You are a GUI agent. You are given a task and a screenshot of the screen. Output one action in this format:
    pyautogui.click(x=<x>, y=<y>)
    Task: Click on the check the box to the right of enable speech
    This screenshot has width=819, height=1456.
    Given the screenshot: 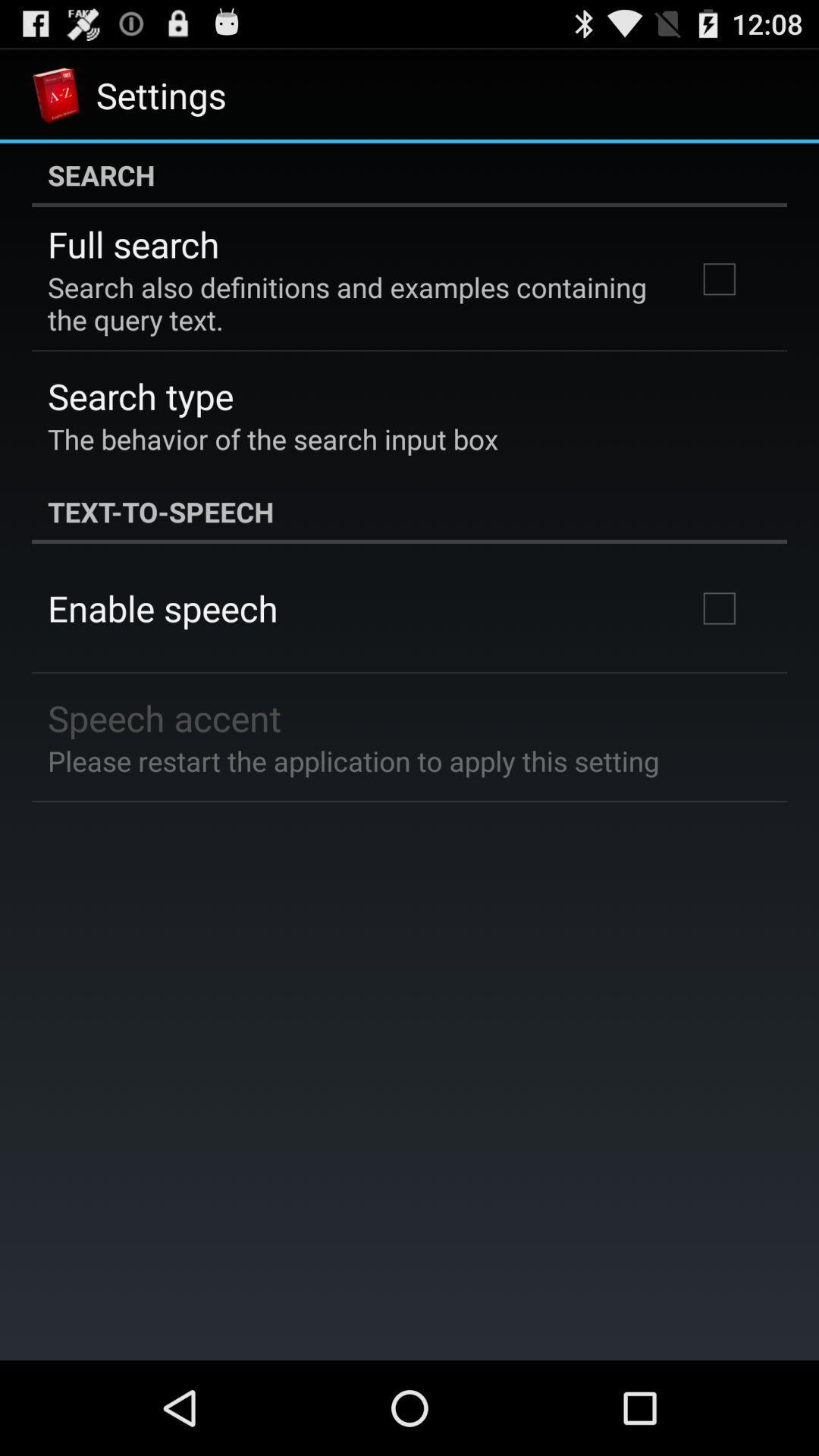 What is the action you would take?
    pyautogui.click(x=718, y=608)
    